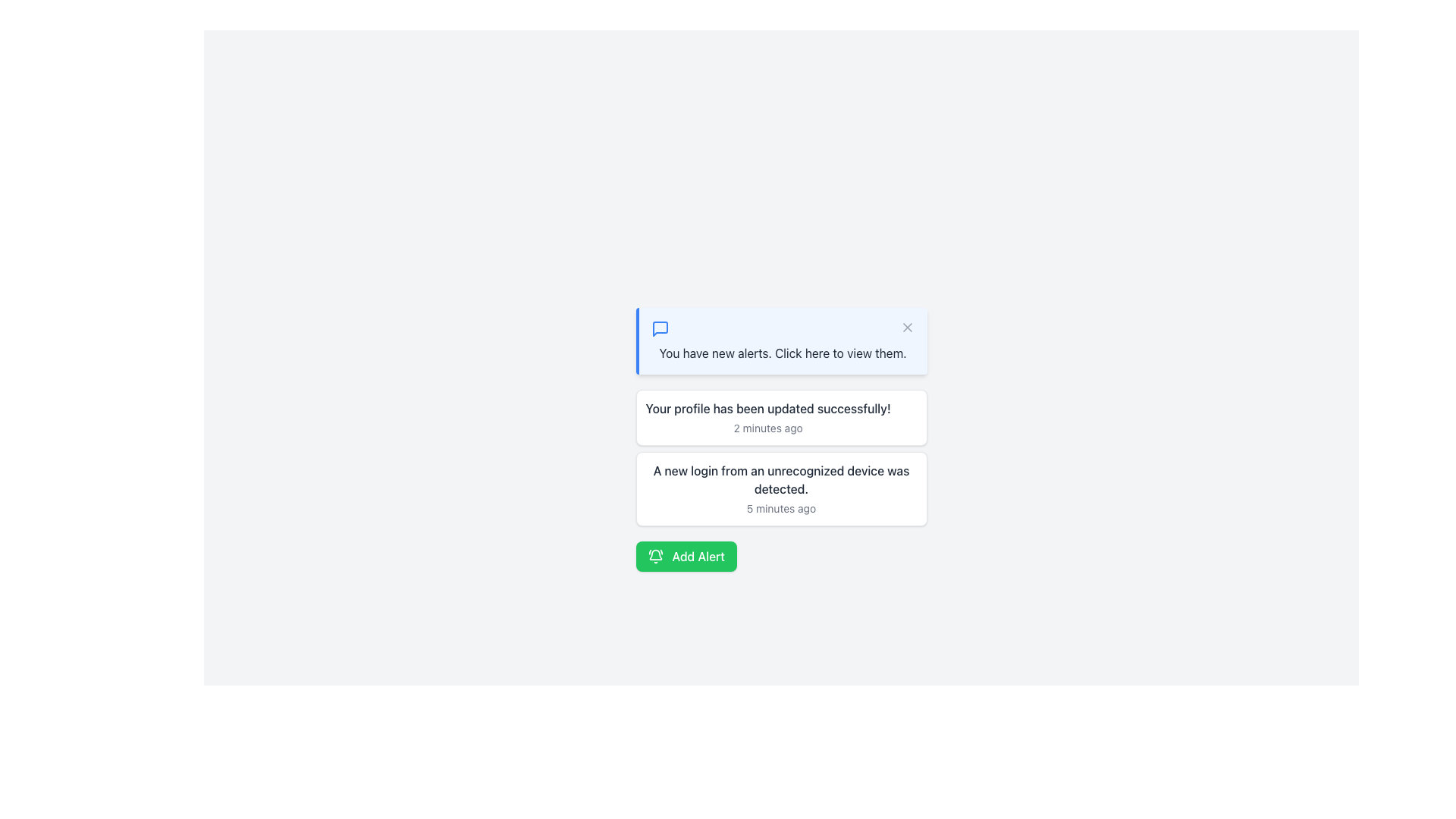 The image size is (1456, 819). Describe the element at coordinates (781, 418) in the screenshot. I see `the Notification card that indicates a successful profile update, which is the first card in the stacked notifications` at that location.